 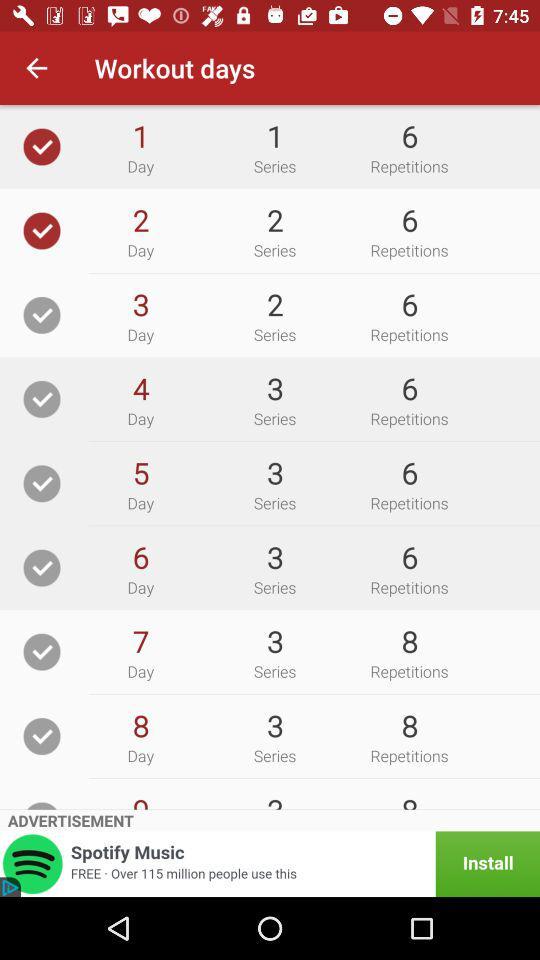 What do you see at coordinates (42, 735) in the screenshot?
I see `a day` at bounding box center [42, 735].